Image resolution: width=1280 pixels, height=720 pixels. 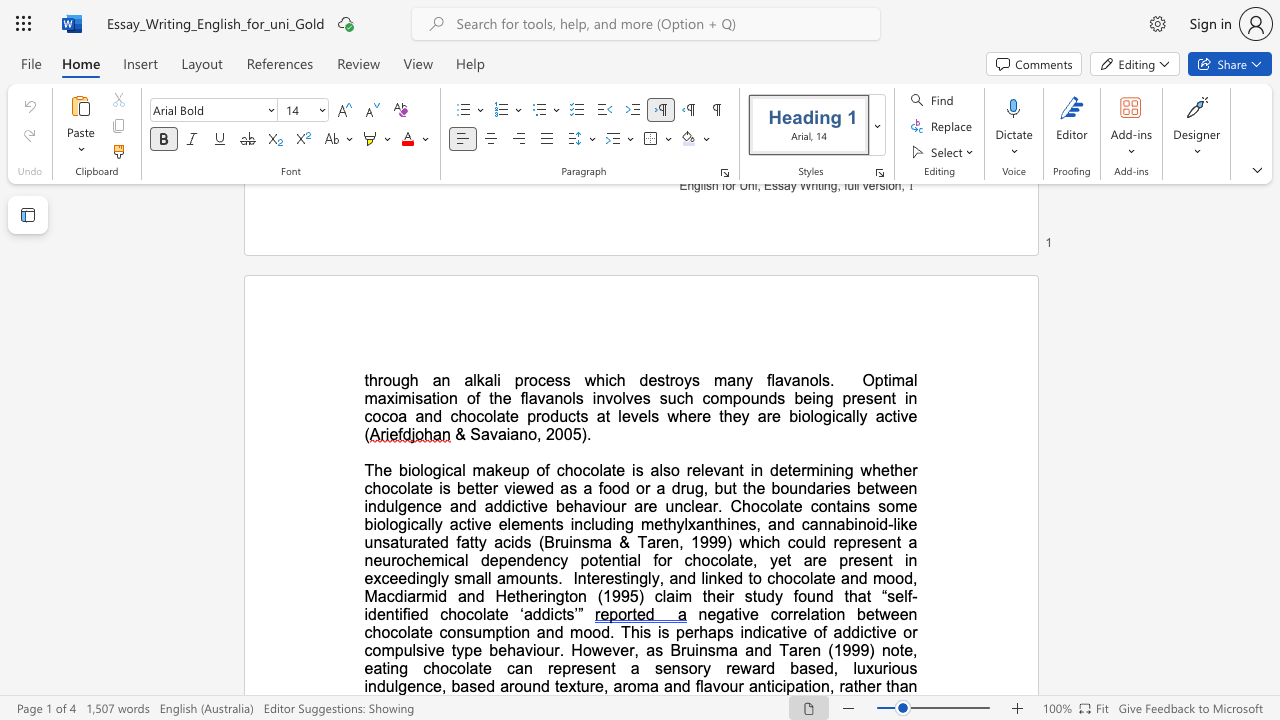 What do you see at coordinates (415, 685) in the screenshot?
I see `the subset text "nce, ba" within the text "a sensory reward based, luxurious indulgence, based around texture,"` at bounding box center [415, 685].